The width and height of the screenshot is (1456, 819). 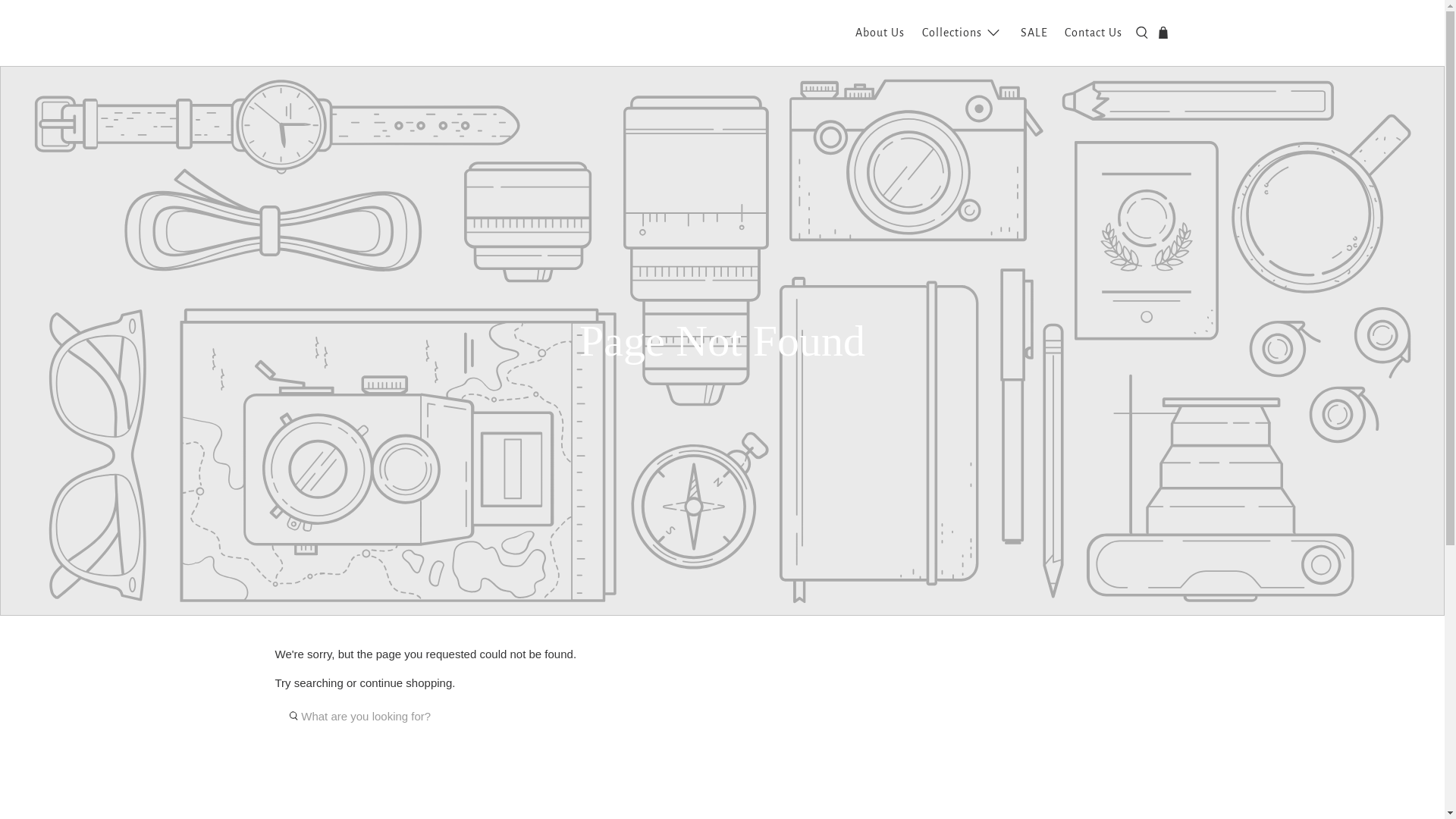 What do you see at coordinates (347, 33) in the screenshot?
I see `'Gemajesty Jewellery'` at bounding box center [347, 33].